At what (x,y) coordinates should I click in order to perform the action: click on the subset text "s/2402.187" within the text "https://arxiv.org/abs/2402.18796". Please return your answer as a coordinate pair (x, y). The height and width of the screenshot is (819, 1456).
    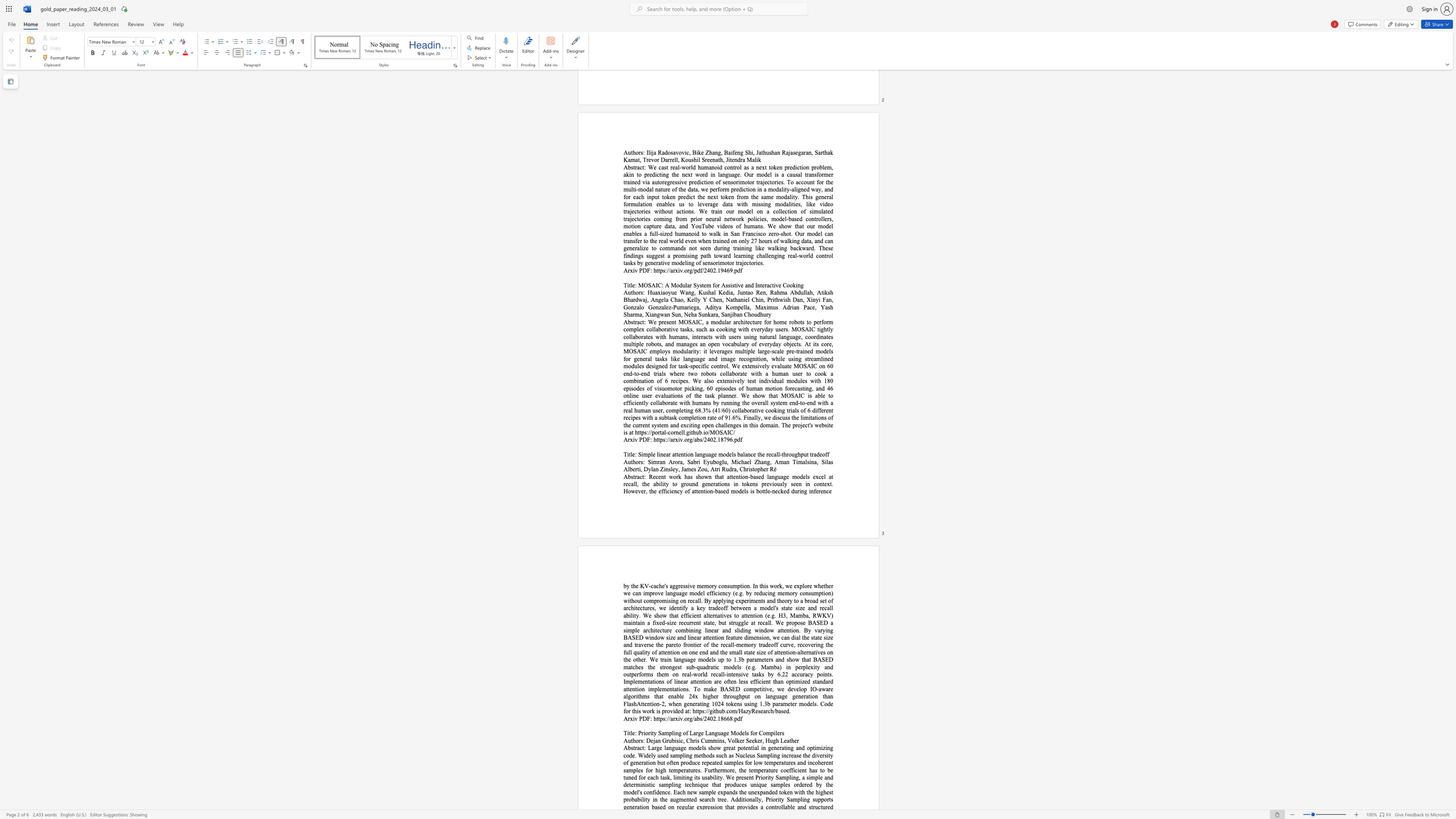
    Looking at the image, I should click on (699, 439).